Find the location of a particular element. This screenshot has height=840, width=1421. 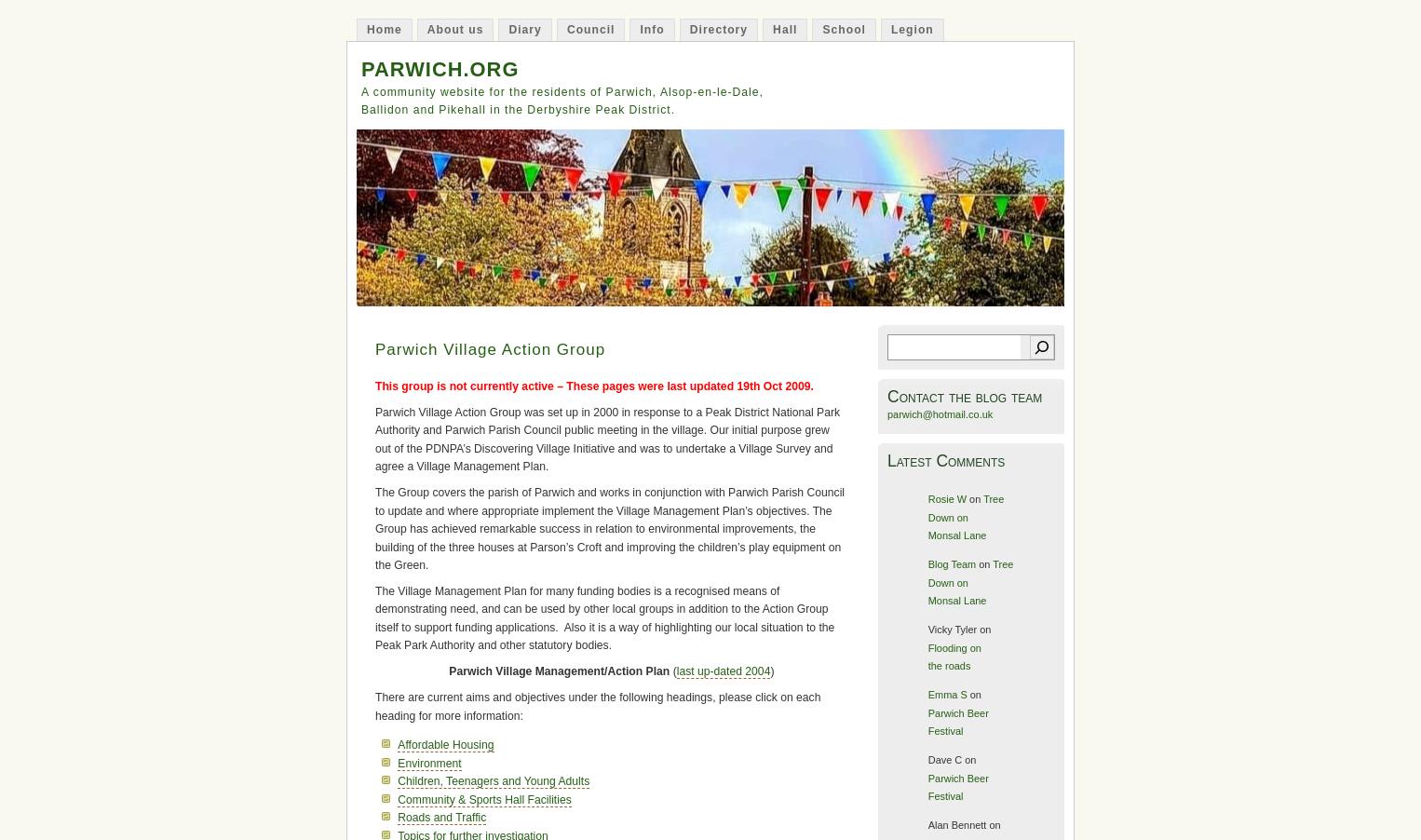

'Environment' is located at coordinates (397, 762).